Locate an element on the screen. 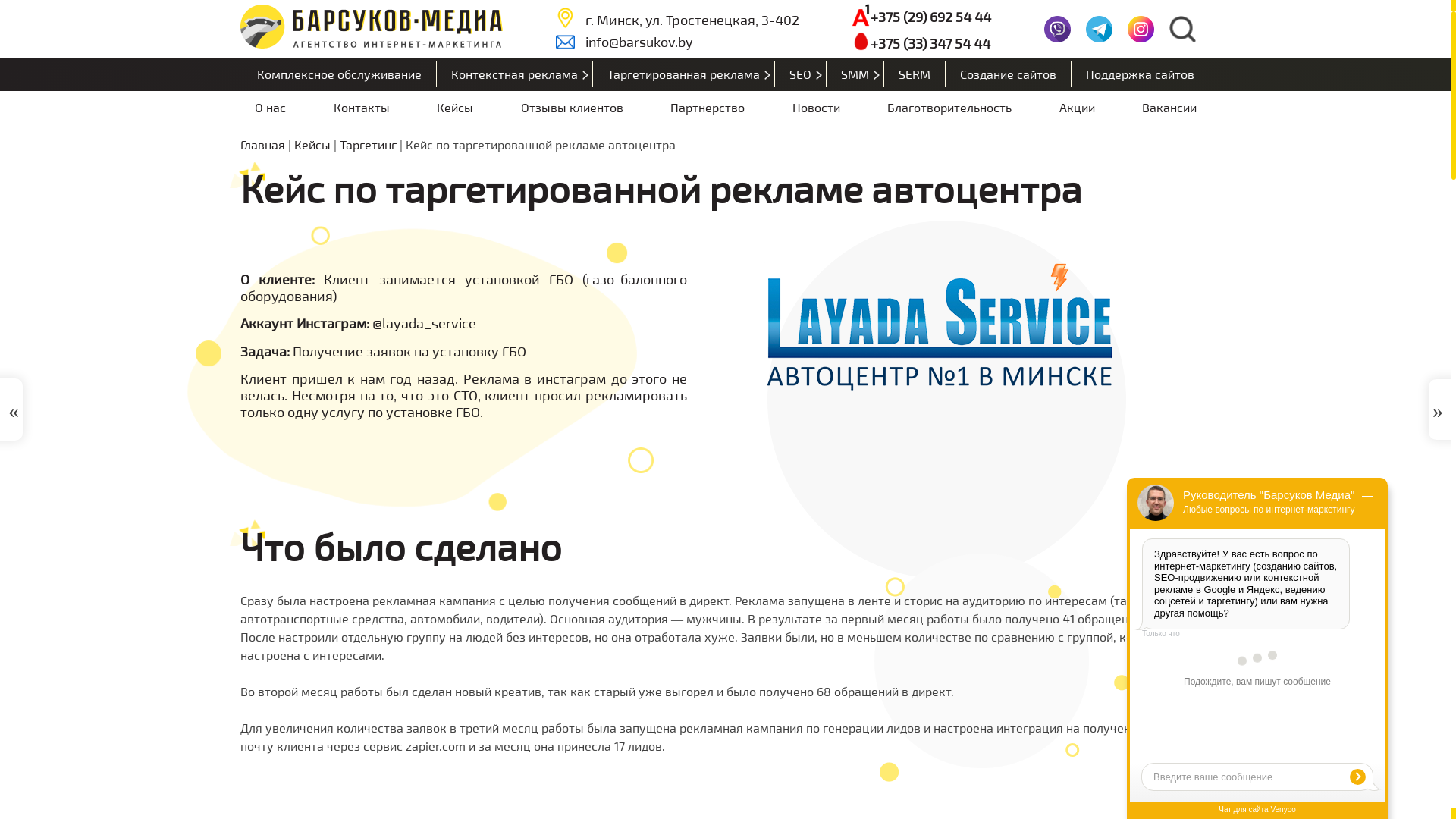 This screenshot has width=1456, height=819. '+375 (29) 692 54 44' is located at coordinates (852, 17).